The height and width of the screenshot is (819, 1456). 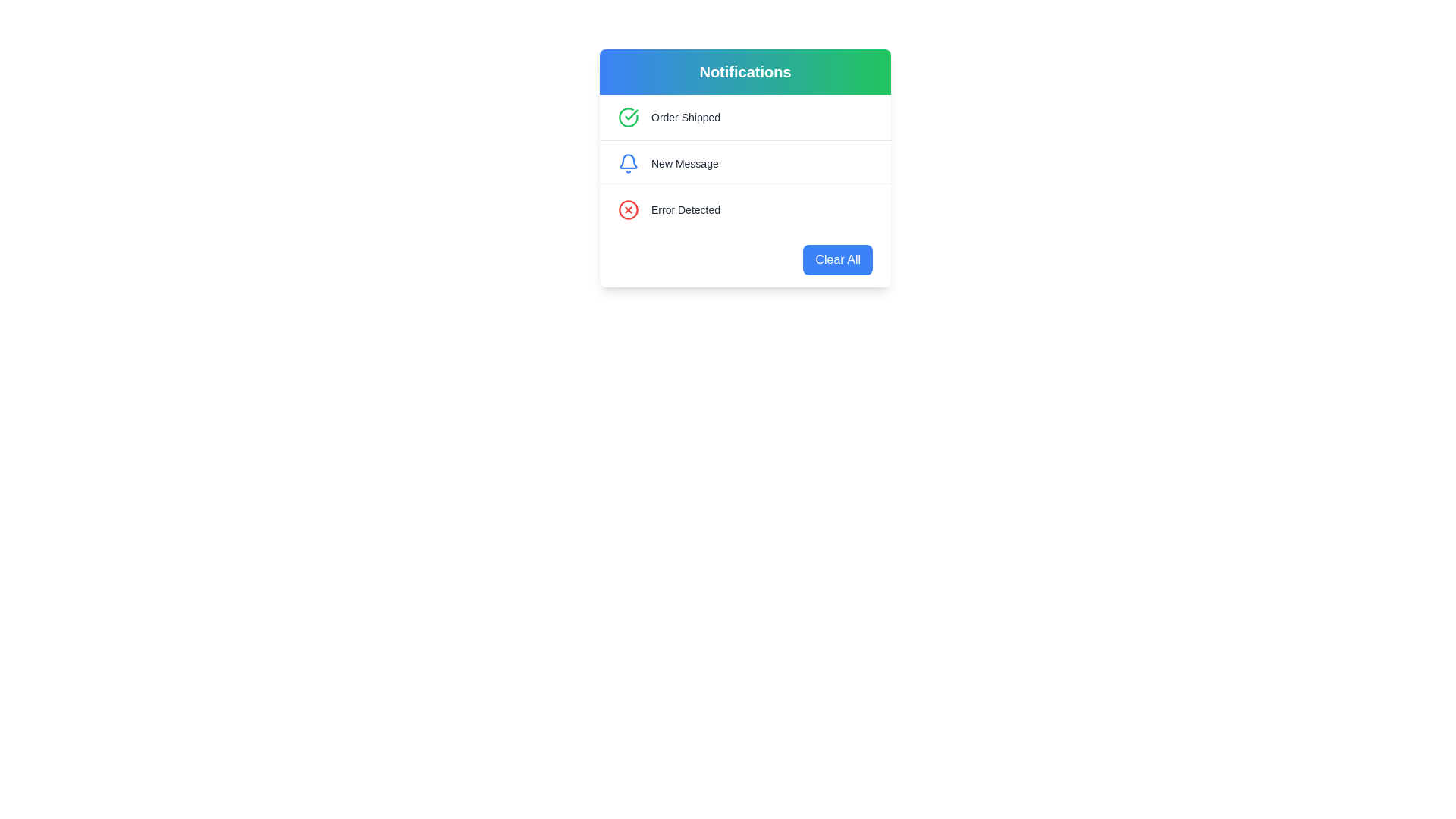 I want to click on the last notification entry indicating an error has been detected, located just above the 'Clear All' button, so click(x=745, y=209).